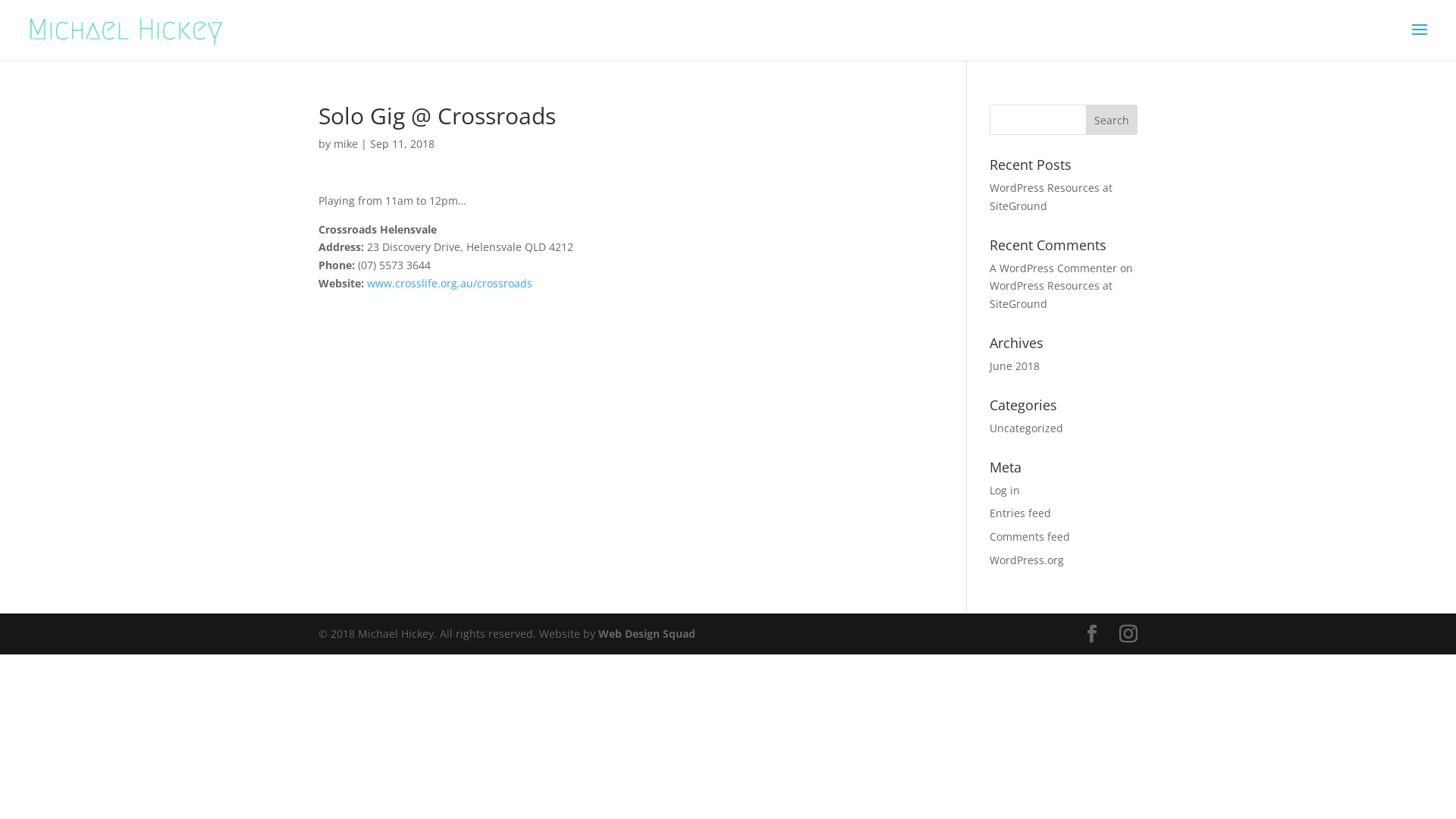  What do you see at coordinates (1015, 366) in the screenshot?
I see `'June 2018'` at bounding box center [1015, 366].